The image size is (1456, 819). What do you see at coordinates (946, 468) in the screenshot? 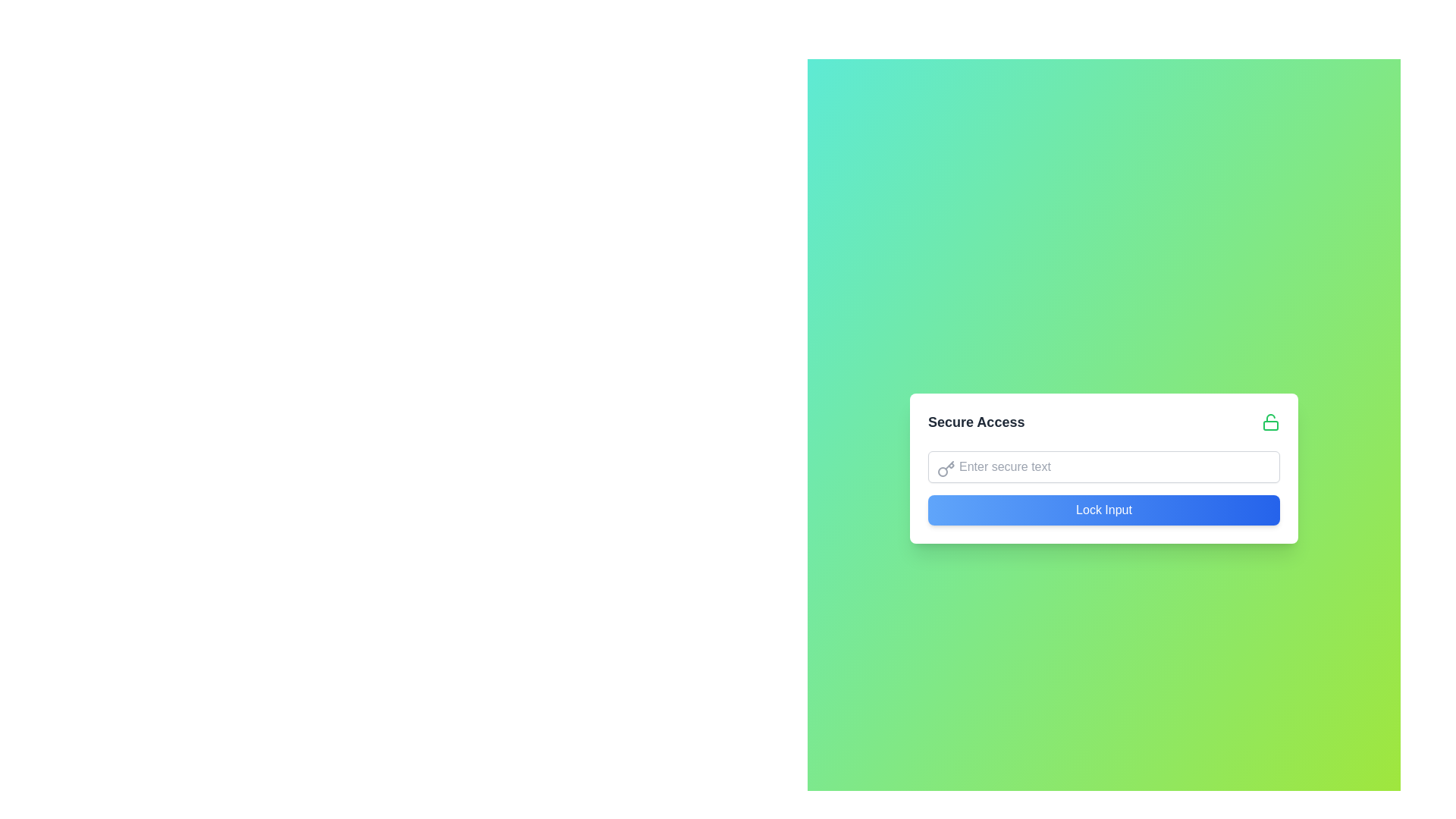
I see `the key icon located on the left side of the text input field within the 'Secure Access' form` at bounding box center [946, 468].